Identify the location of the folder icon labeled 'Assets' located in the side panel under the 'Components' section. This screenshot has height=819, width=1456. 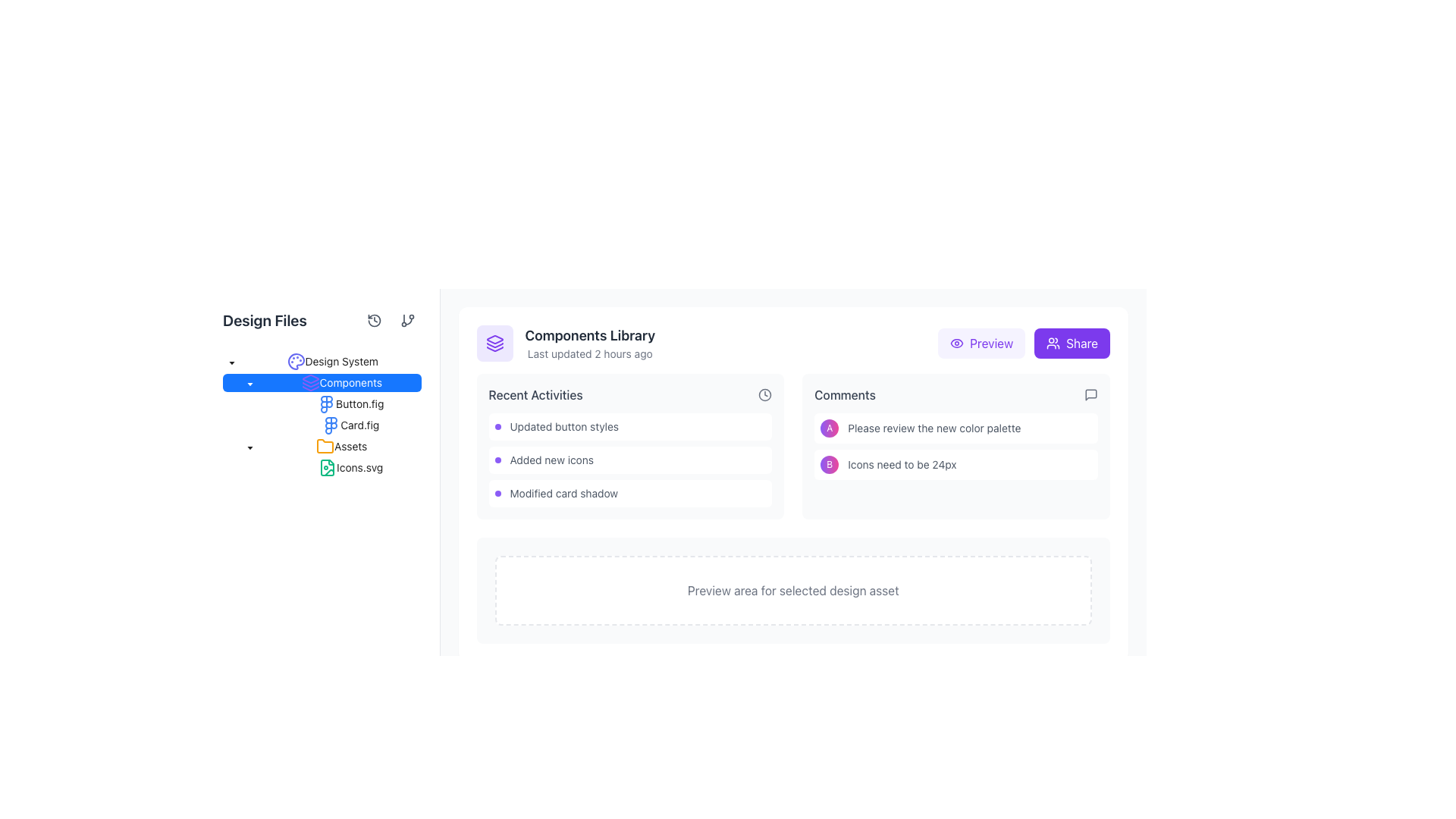
(325, 445).